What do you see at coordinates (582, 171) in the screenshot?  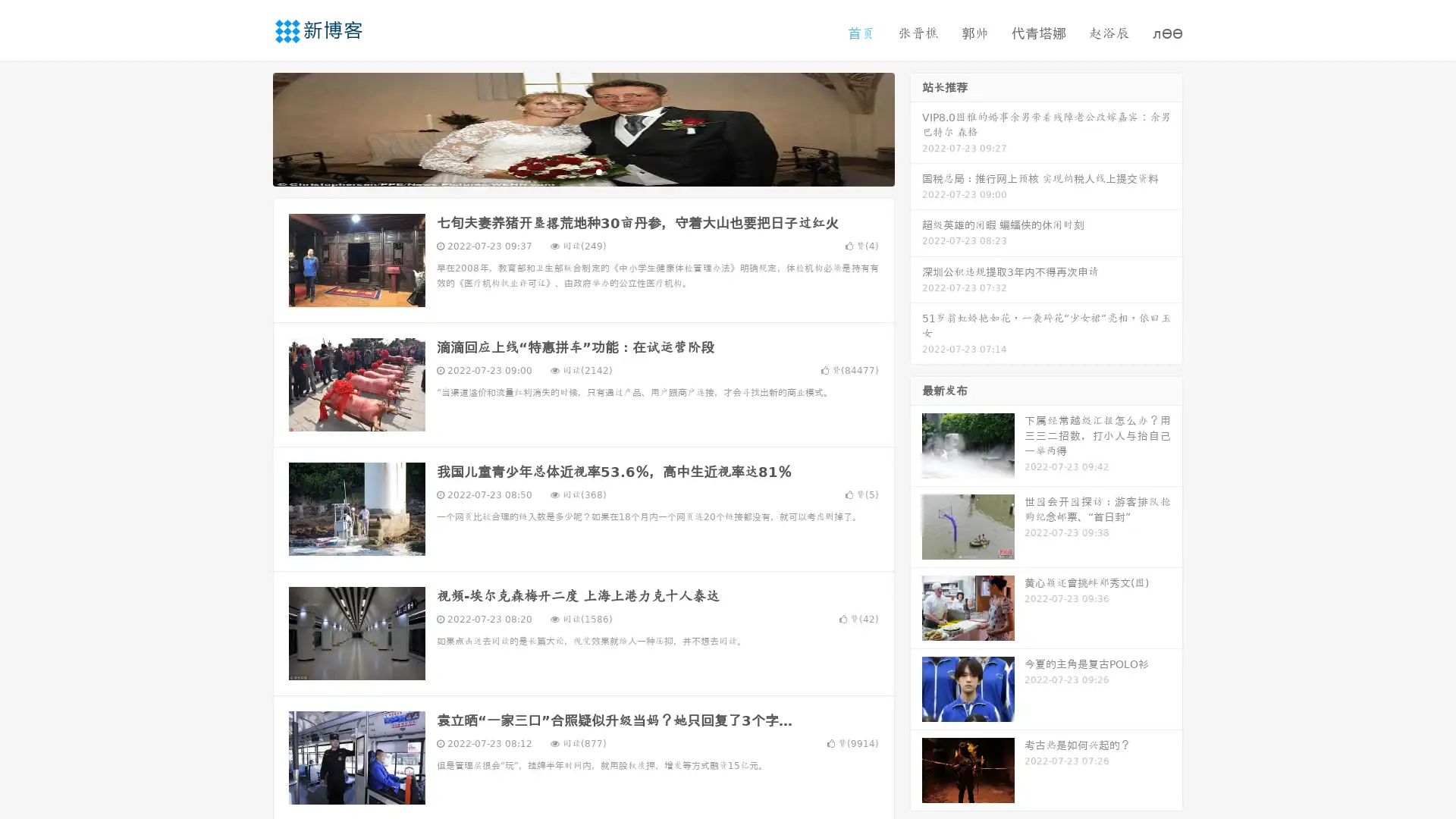 I see `Go to slide 2` at bounding box center [582, 171].